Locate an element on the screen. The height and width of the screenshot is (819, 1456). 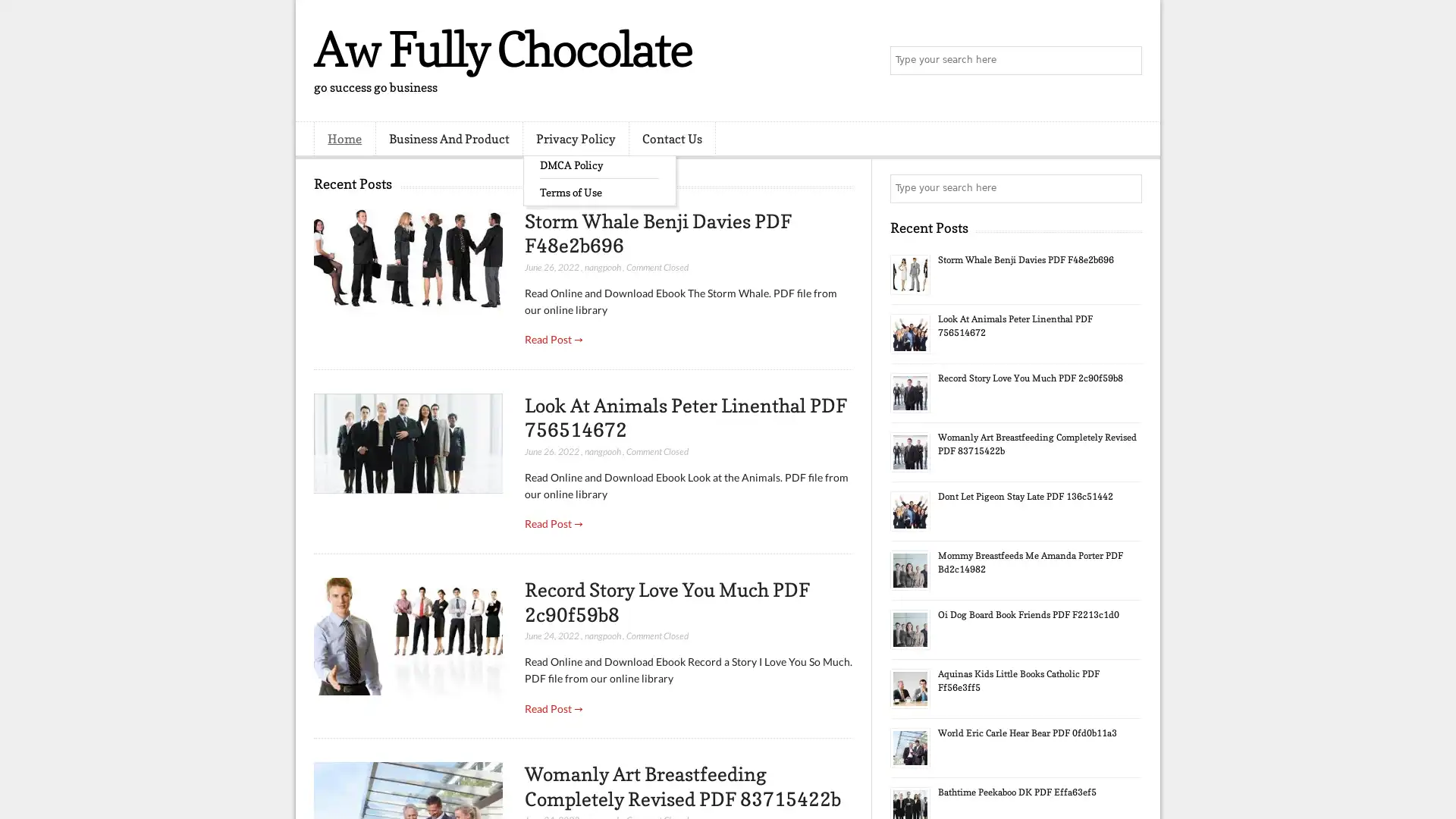
Search is located at coordinates (1126, 61).